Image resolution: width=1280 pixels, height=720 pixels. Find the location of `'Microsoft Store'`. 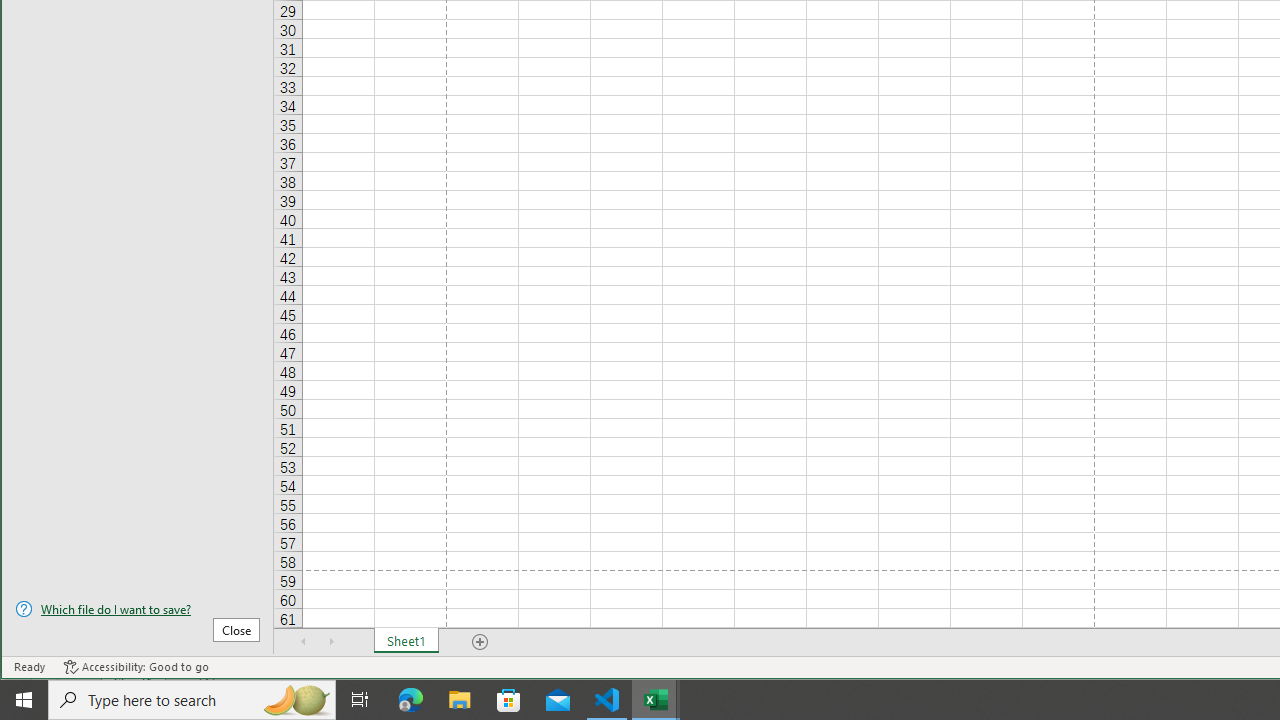

'Microsoft Store' is located at coordinates (509, 698).